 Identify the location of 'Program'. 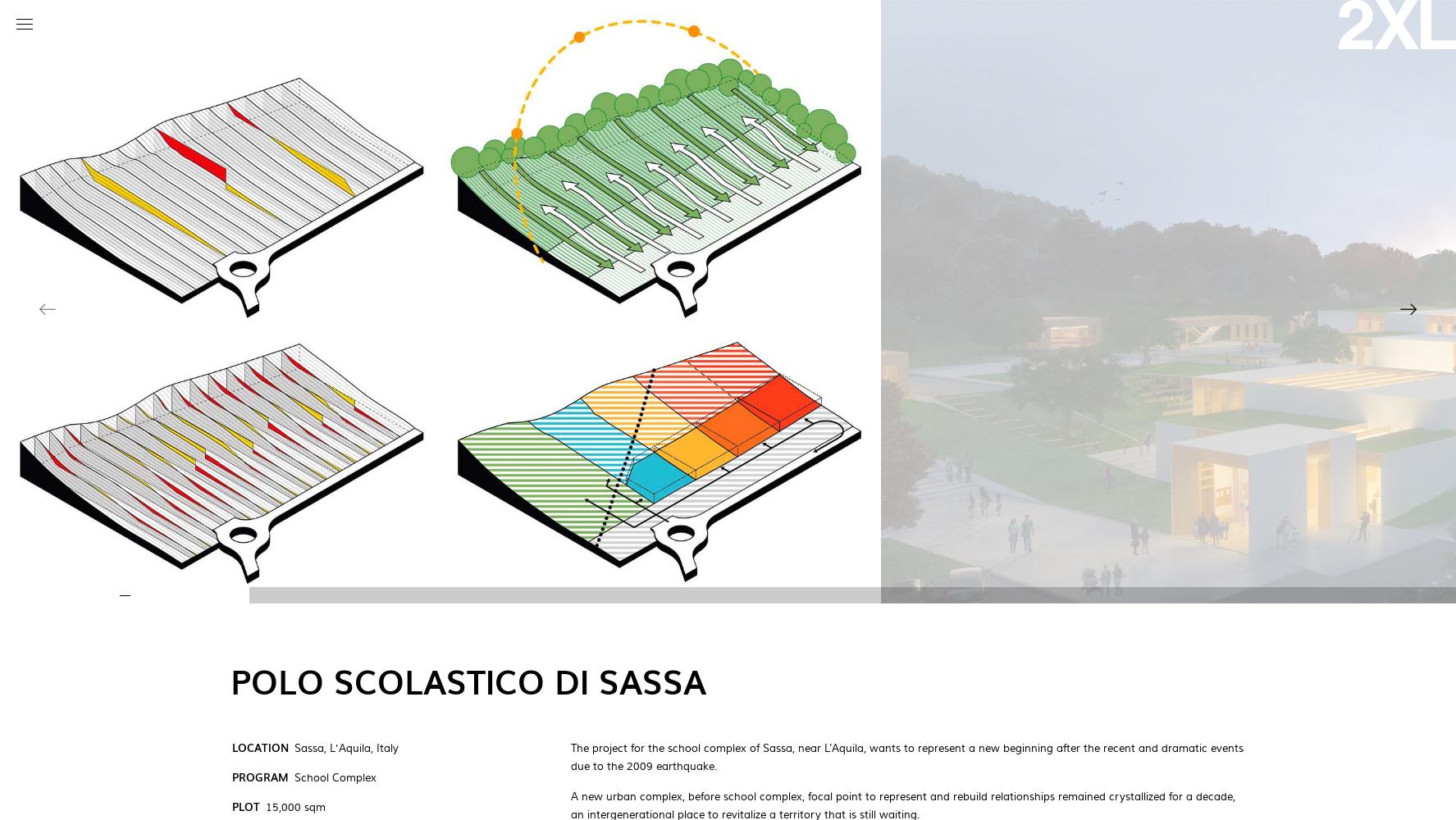
(259, 775).